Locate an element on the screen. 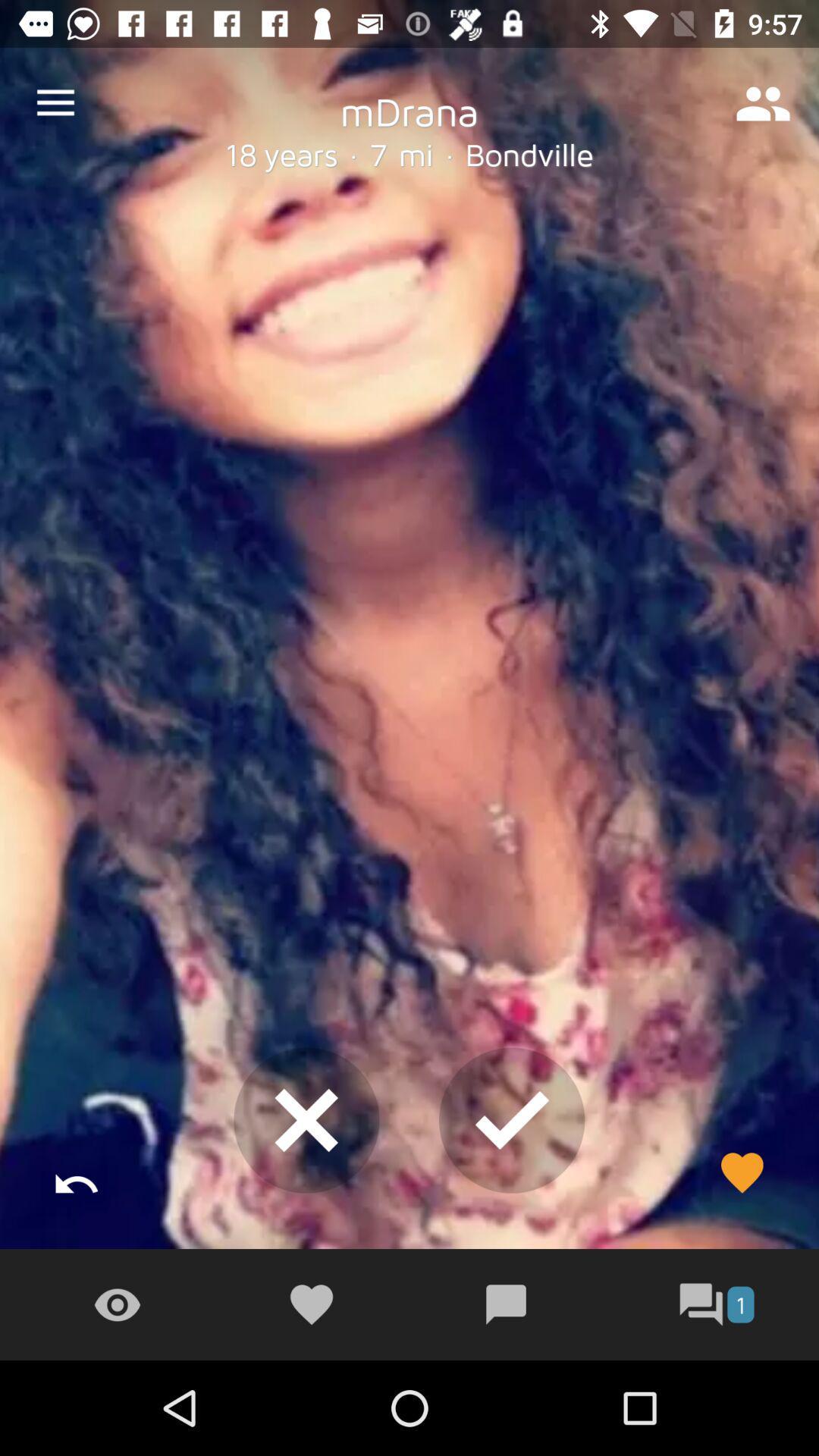 This screenshot has width=819, height=1456. the check icon is located at coordinates (512, 1120).